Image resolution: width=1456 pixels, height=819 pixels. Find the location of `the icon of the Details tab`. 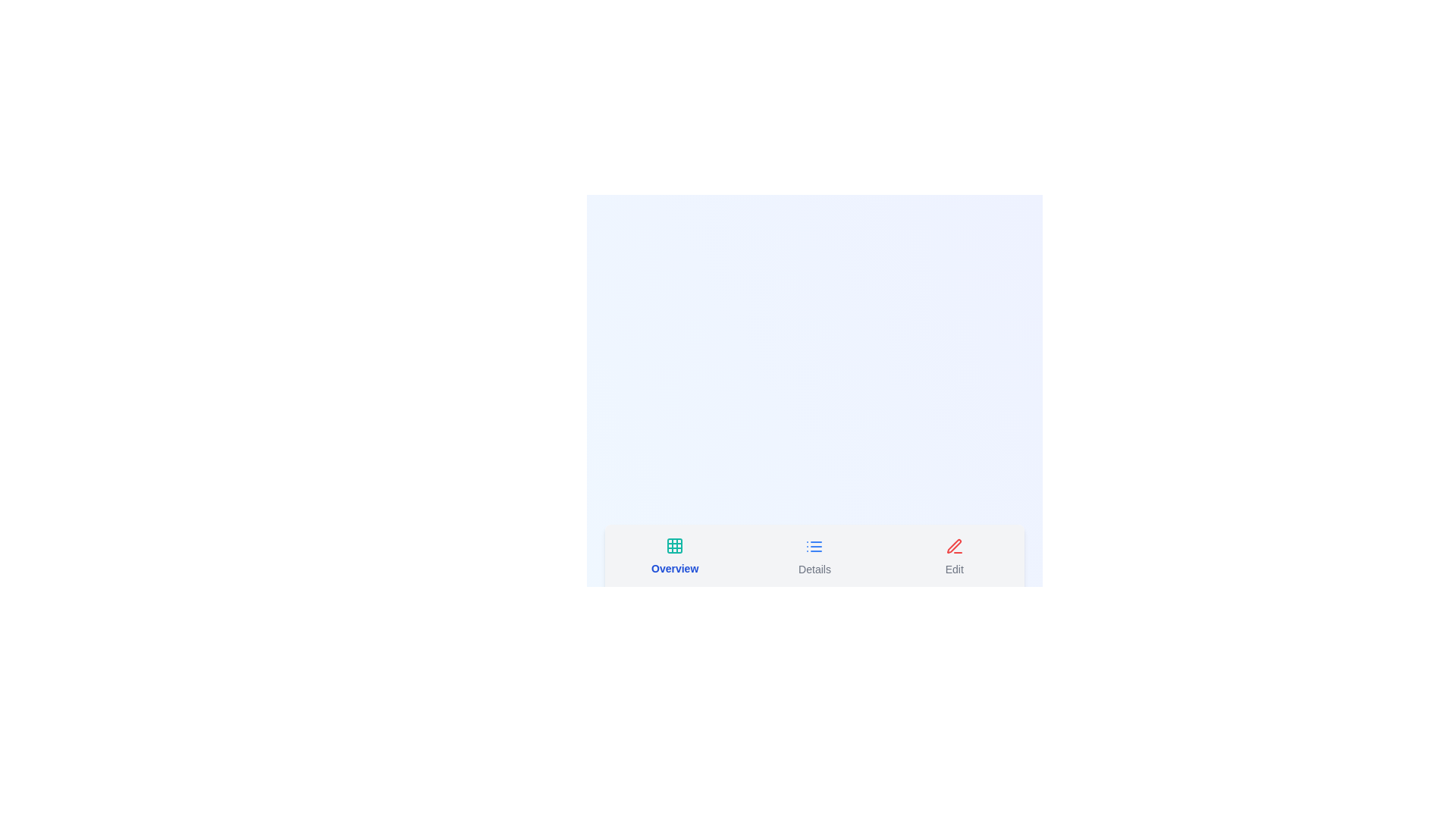

the icon of the Details tab is located at coordinates (814, 546).